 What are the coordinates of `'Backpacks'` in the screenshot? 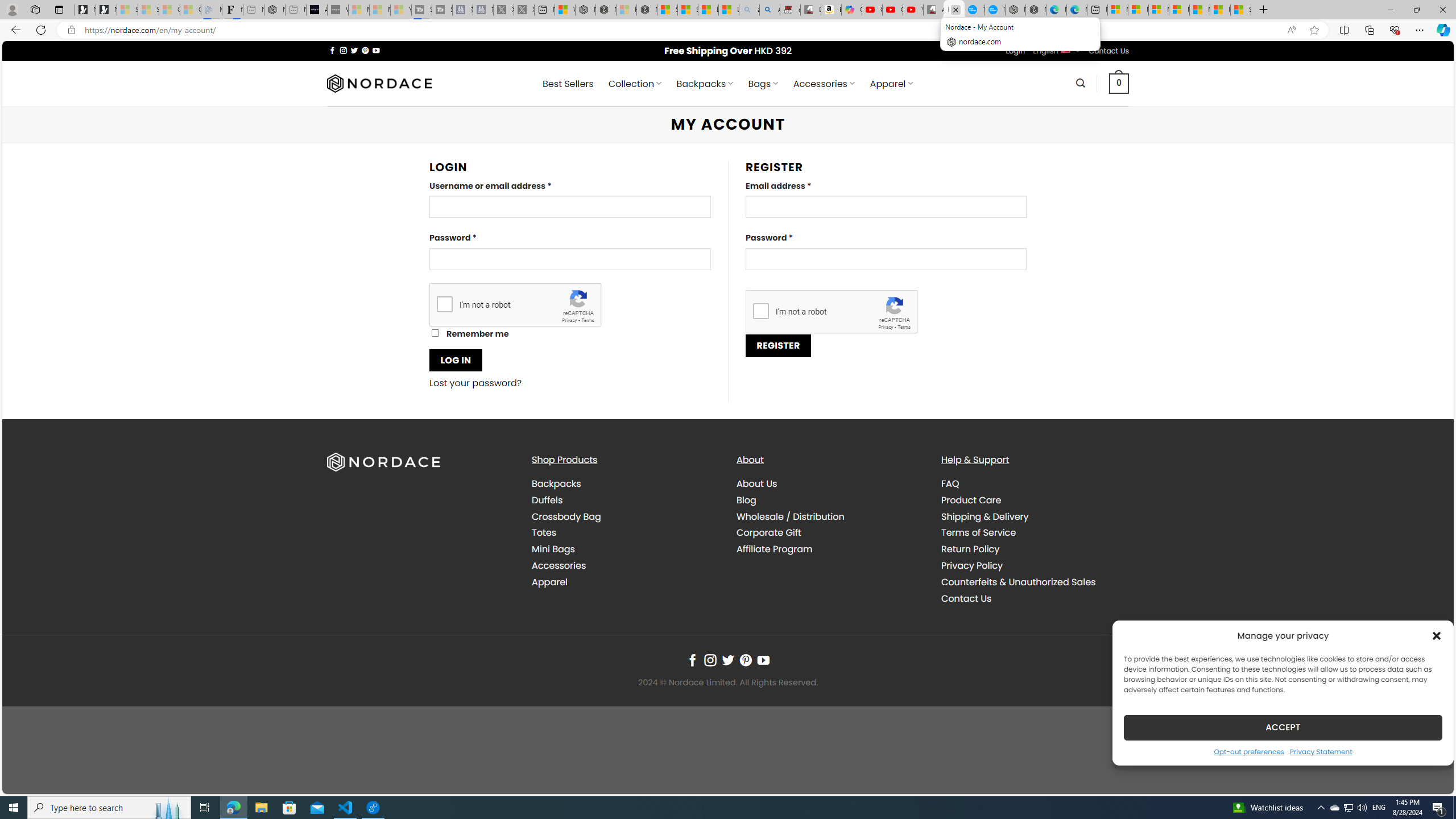 It's located at (624, 483).